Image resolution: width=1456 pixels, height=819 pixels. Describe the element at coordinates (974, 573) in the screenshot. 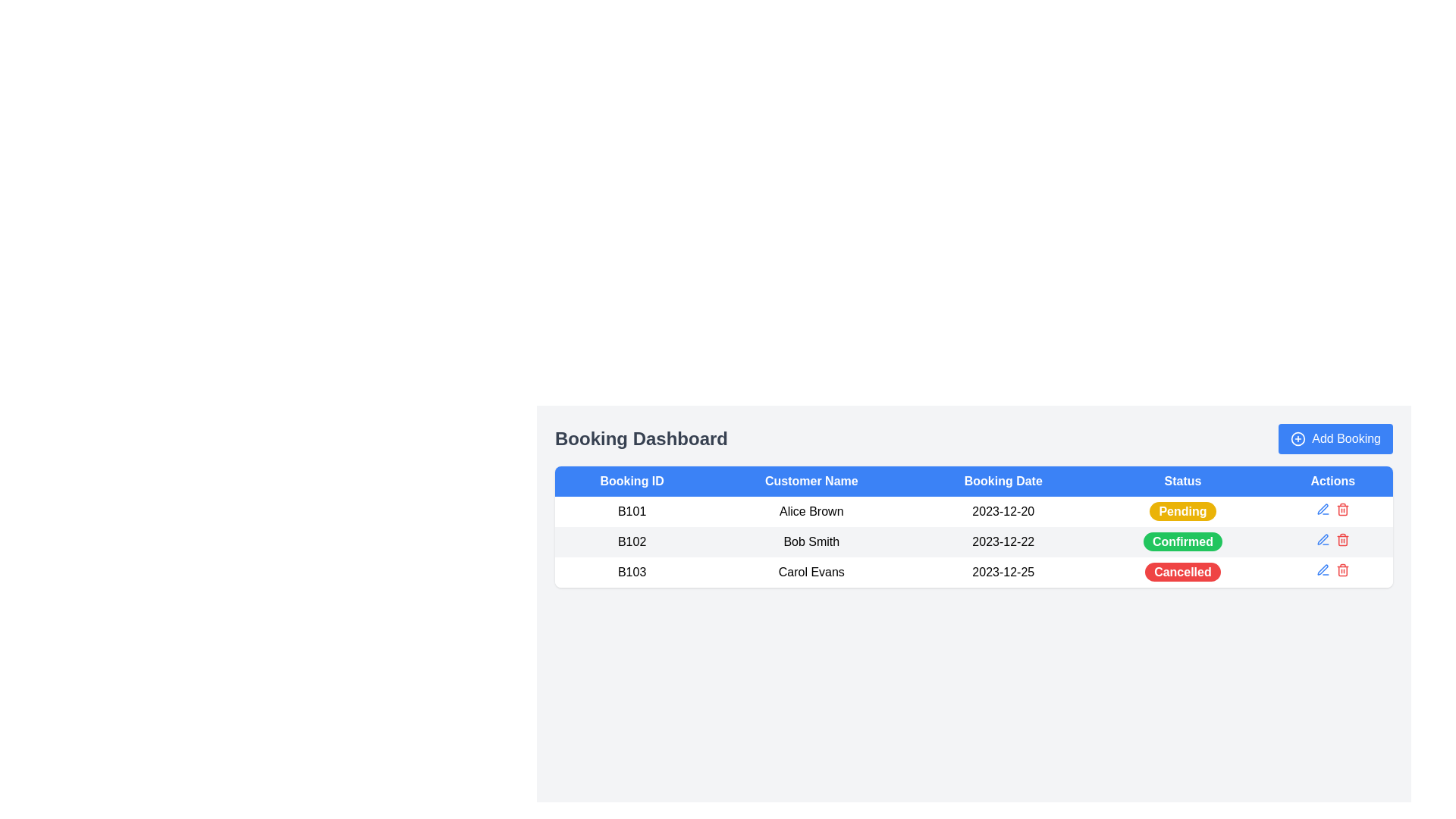

I see `the third table row in the Booking Dashboard` at that location.